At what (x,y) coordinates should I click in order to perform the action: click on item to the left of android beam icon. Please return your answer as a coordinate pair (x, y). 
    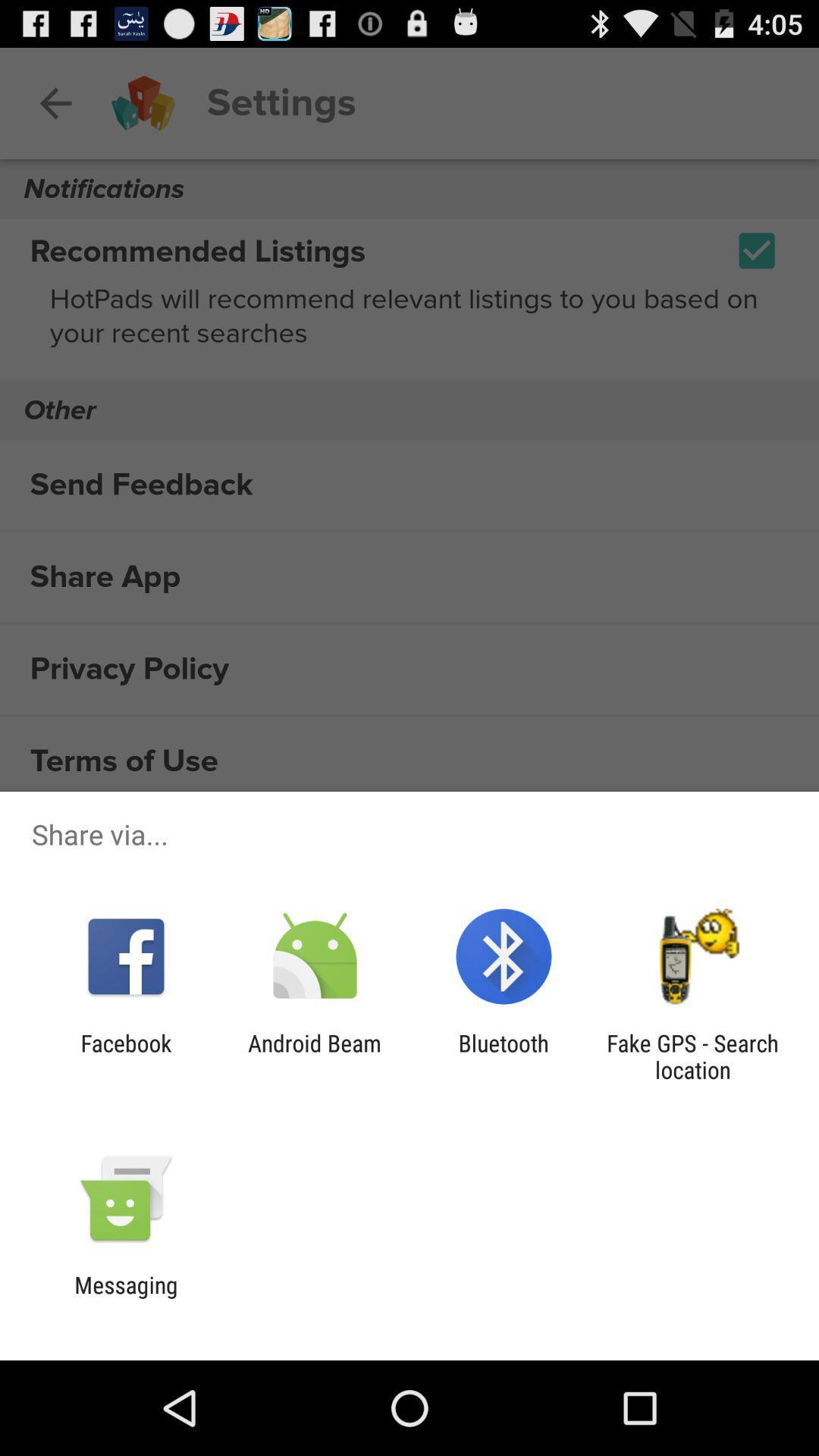
    Looking at the image, I should click on (125, 1056).